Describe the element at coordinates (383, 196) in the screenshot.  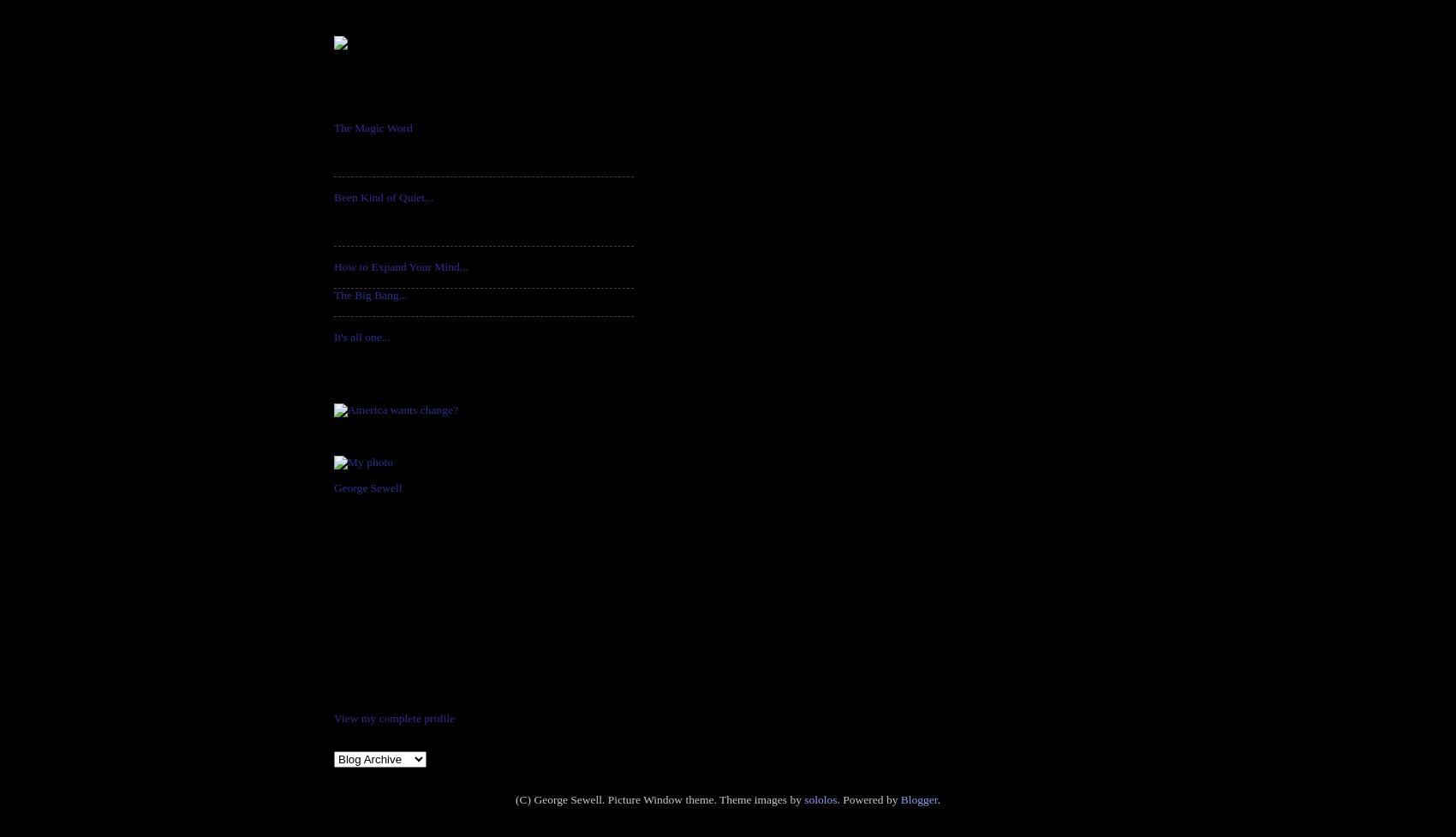
I see `'Been Kind of Quiet...'` at that location.